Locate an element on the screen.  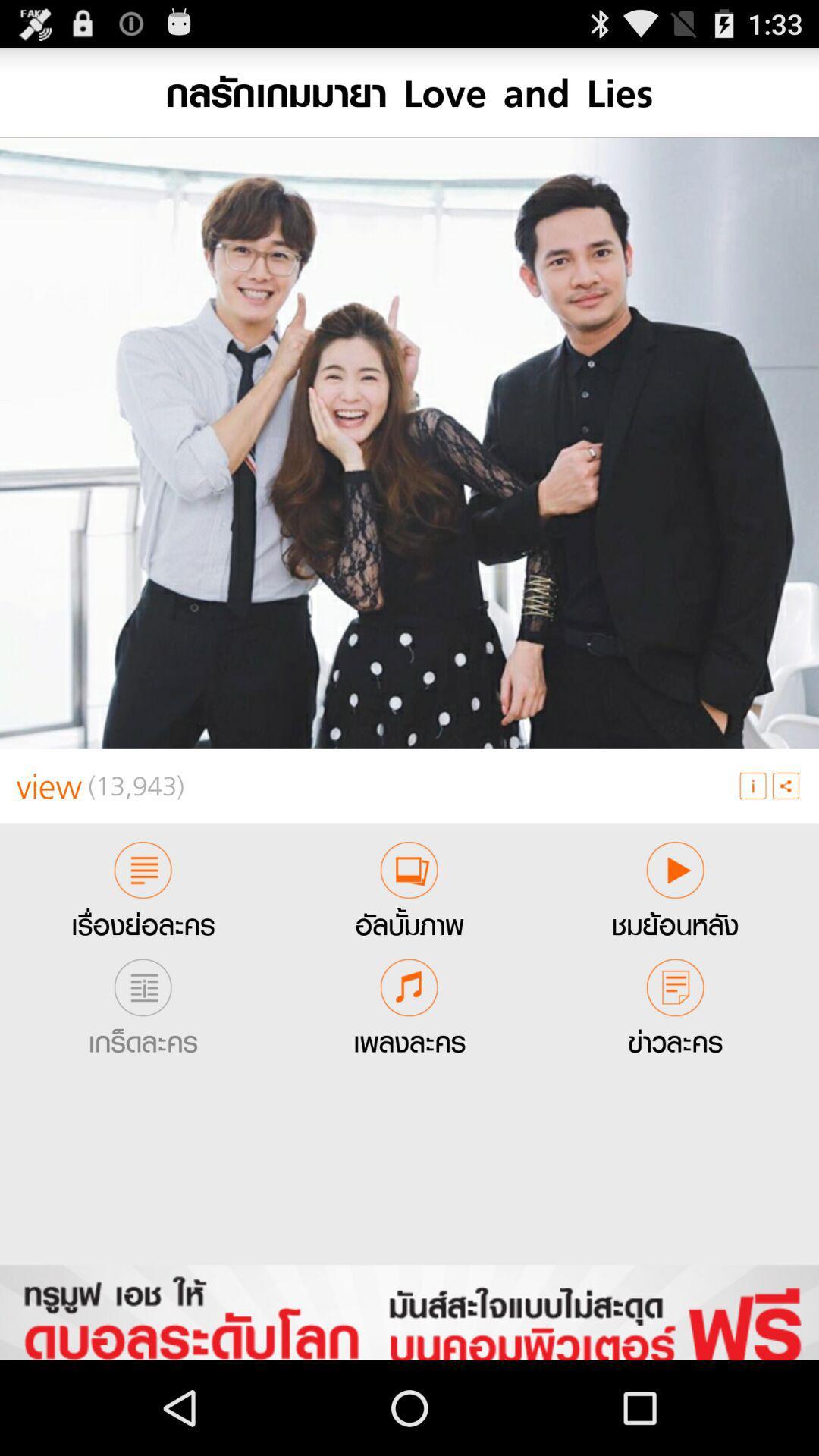
the share icon is located at coordinates (785, 840).